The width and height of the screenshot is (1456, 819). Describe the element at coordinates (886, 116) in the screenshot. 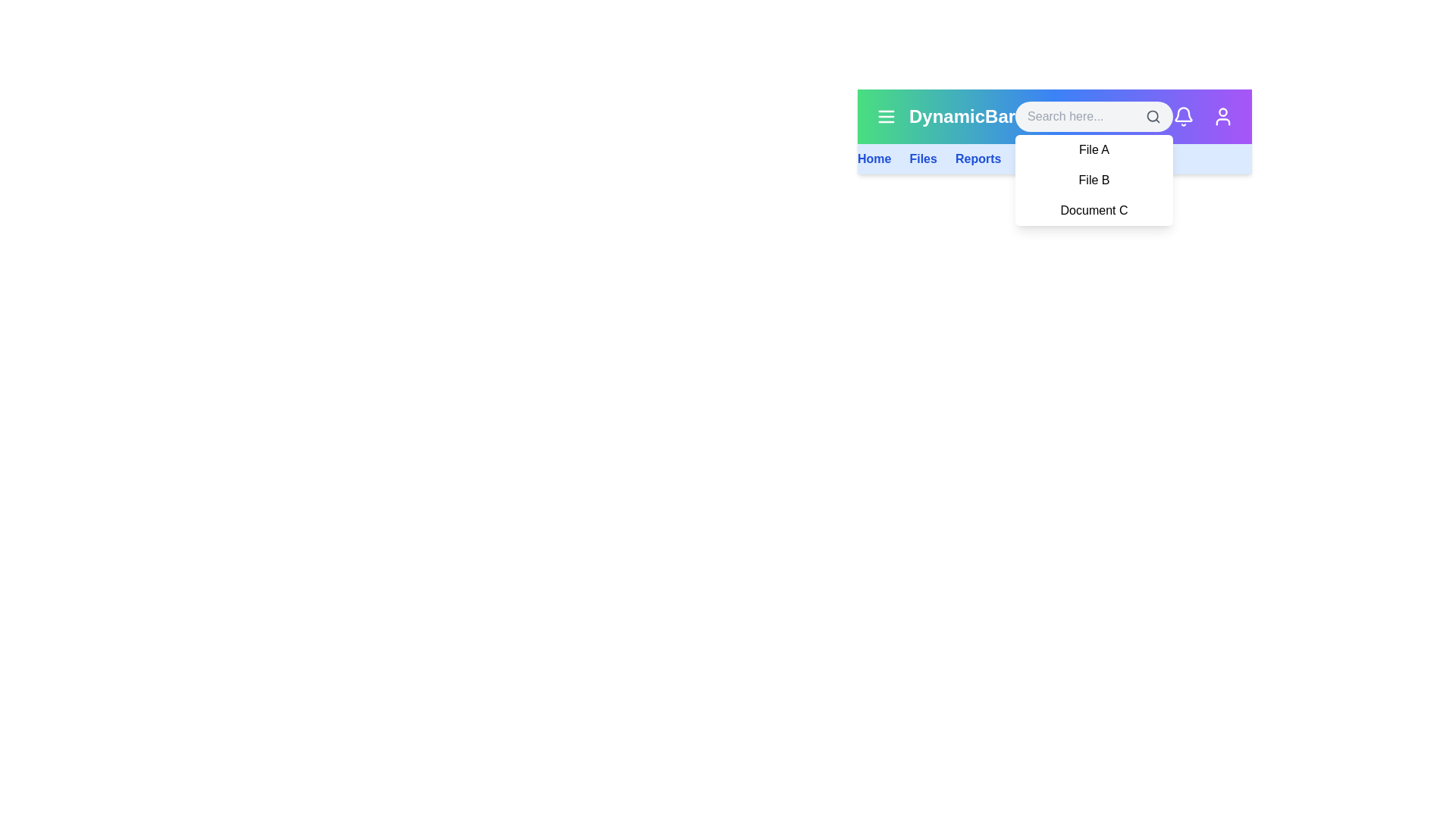

I see `the menu icon to toggle the menu` at that location.